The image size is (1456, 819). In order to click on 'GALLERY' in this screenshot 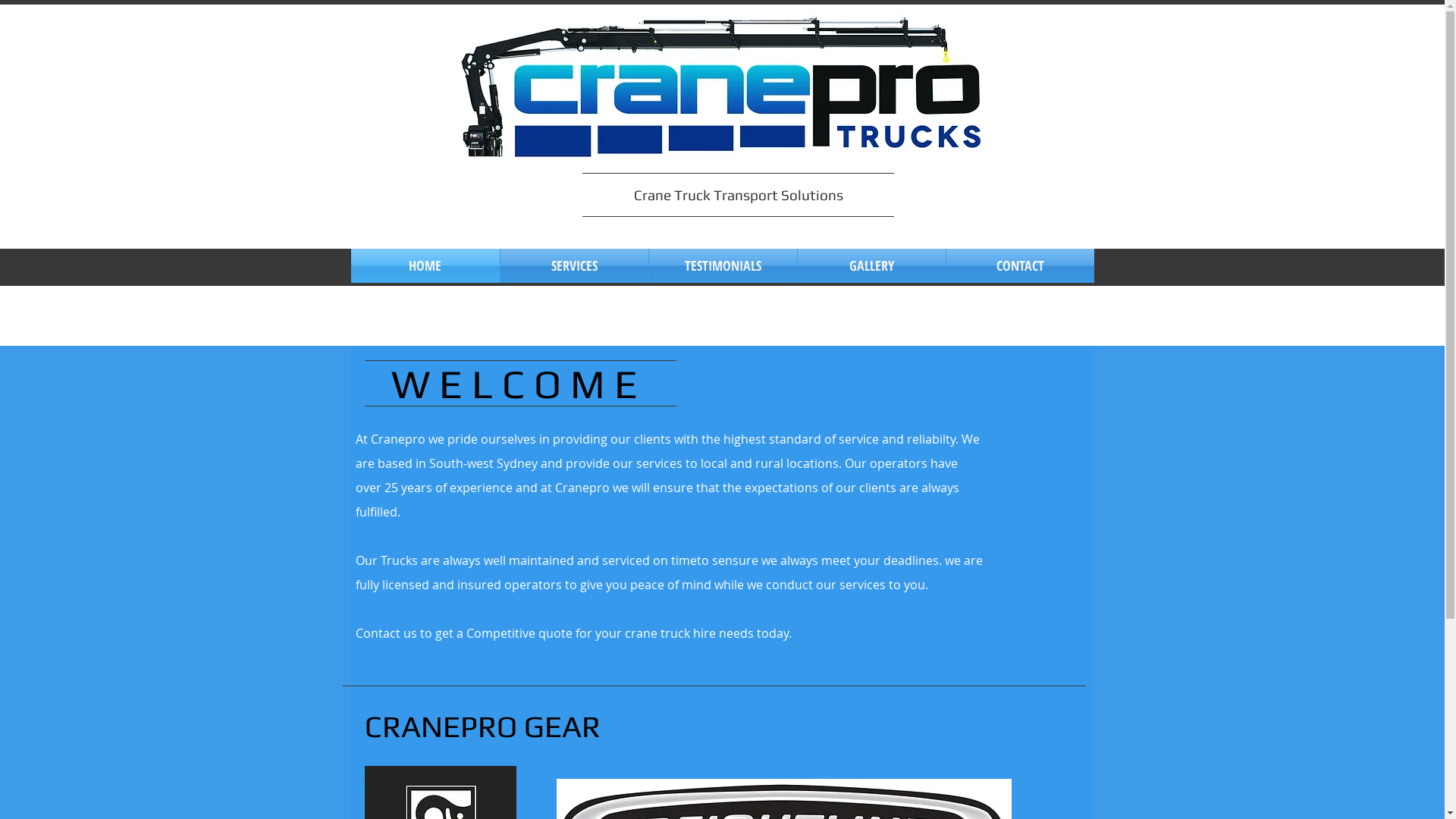, I will do `click(871, 265)`.